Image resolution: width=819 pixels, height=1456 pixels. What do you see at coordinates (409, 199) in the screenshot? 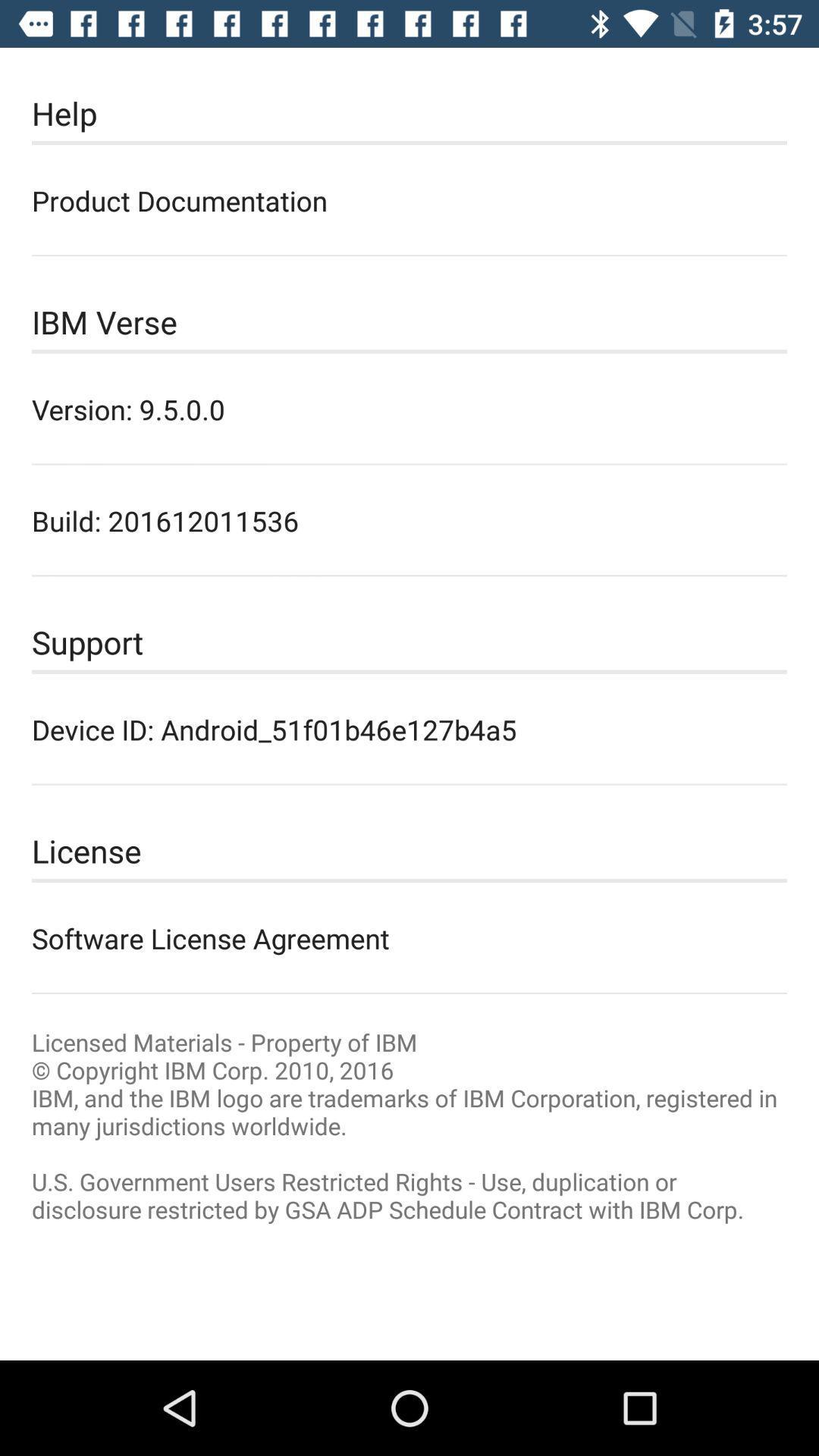
I see `the product documentation item` at bounding box center [409, 199].